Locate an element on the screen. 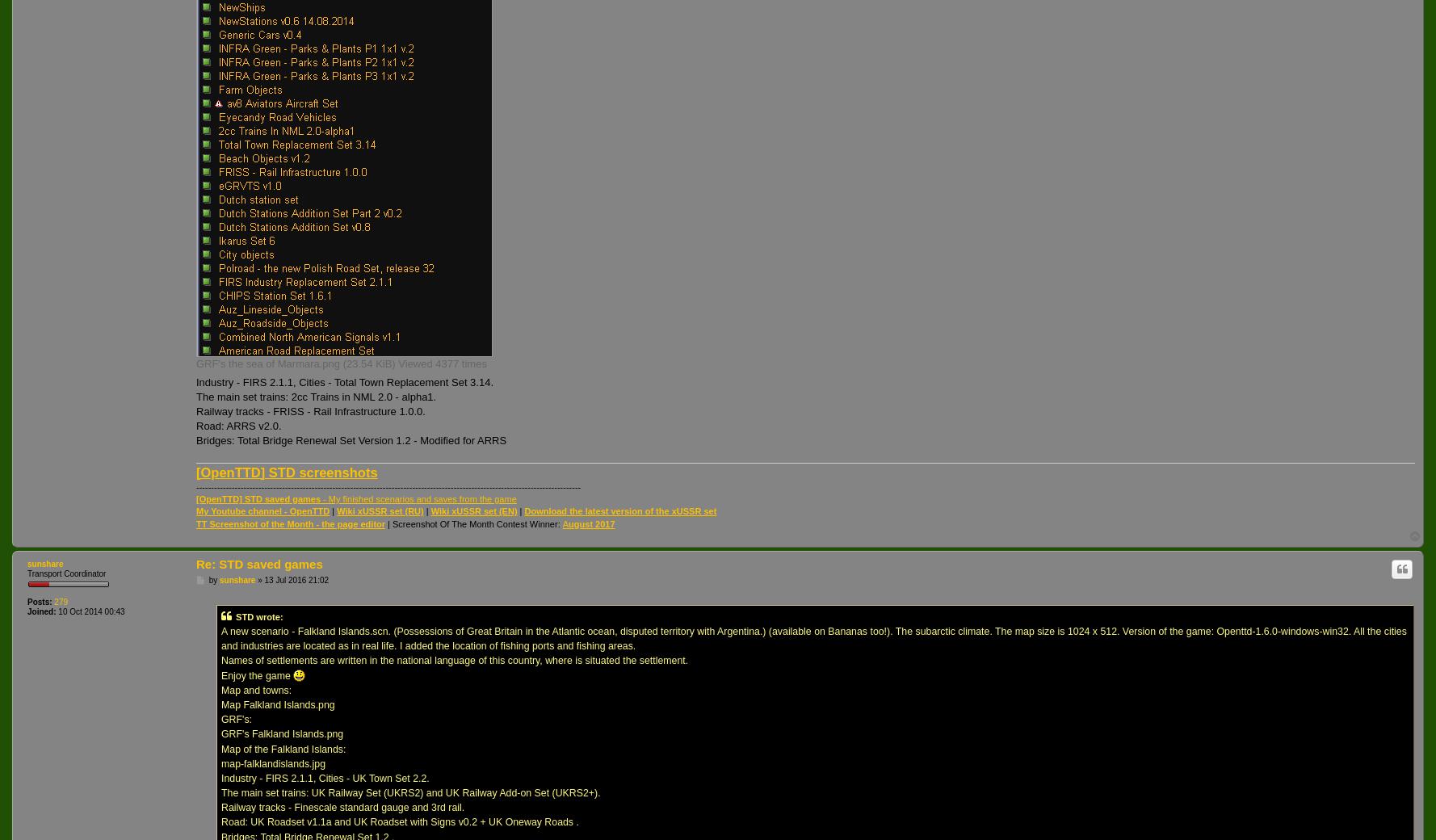  'Re: STD saved games' is located at coordinates (258, 564).